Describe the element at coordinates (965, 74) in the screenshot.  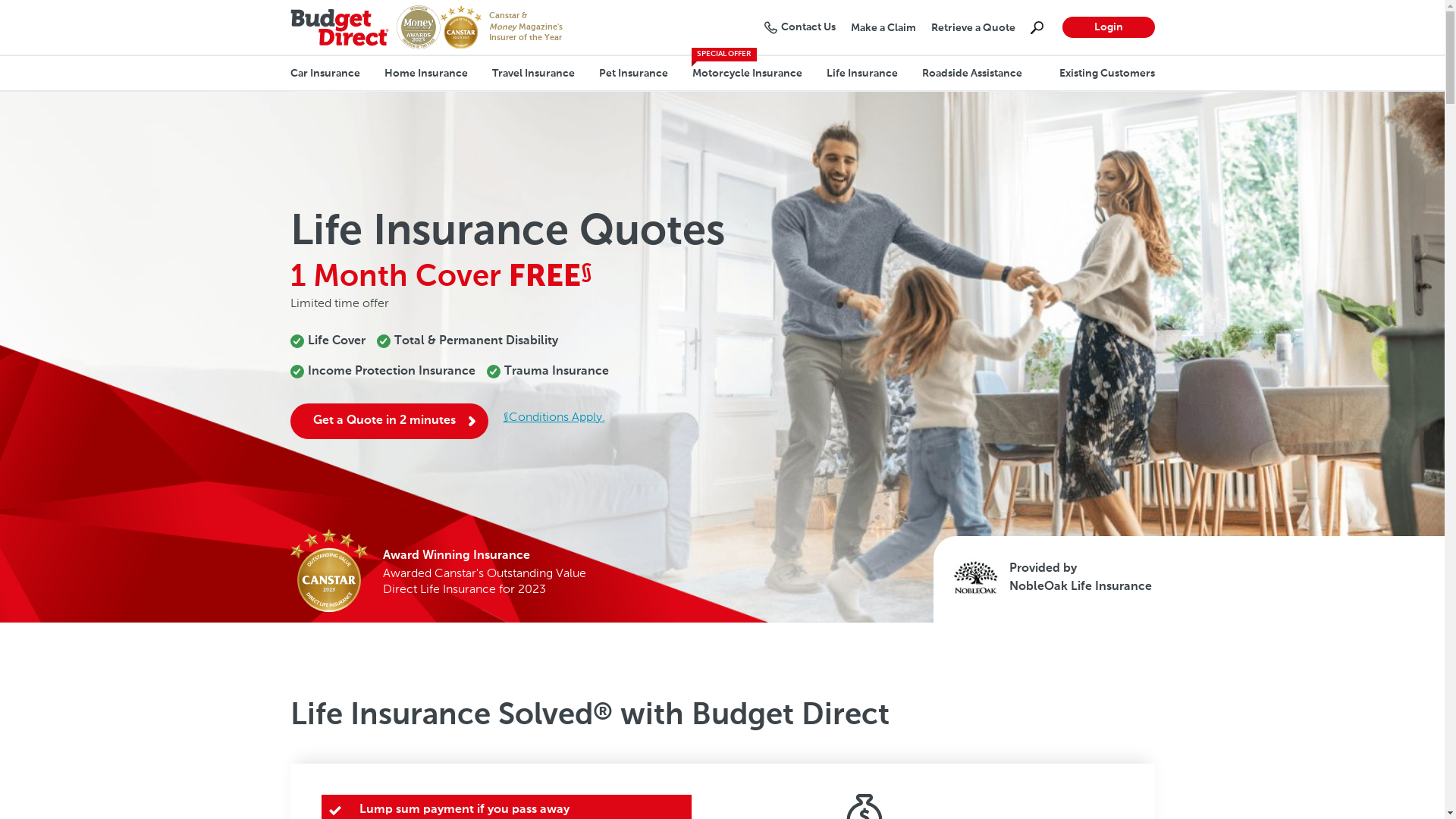
I see `'Roadside Assistance'` at that location.